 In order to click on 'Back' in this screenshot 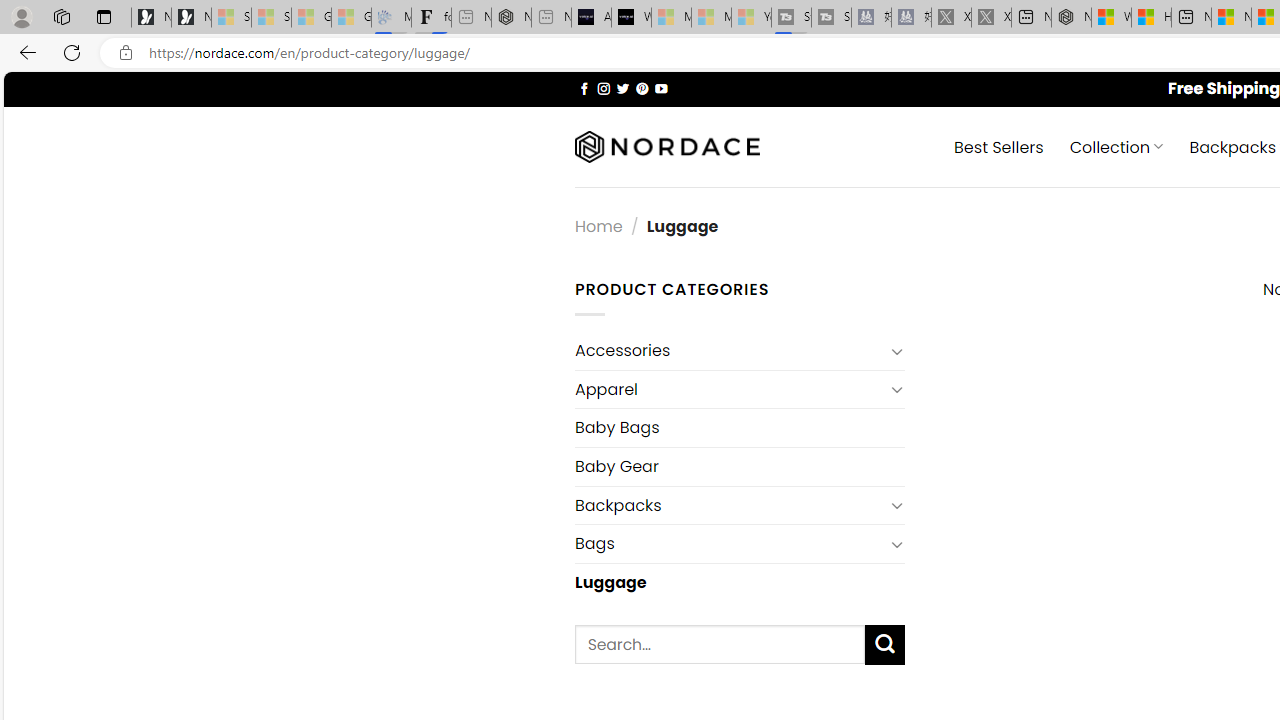, I will do `click(24, 51)`.